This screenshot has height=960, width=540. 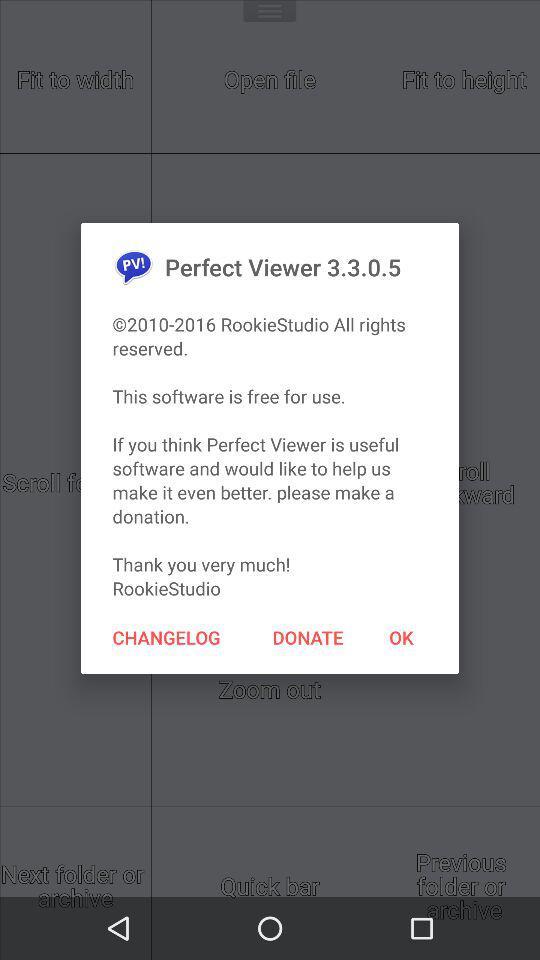 I want to click on donate icon, so click(x=308, y=636).